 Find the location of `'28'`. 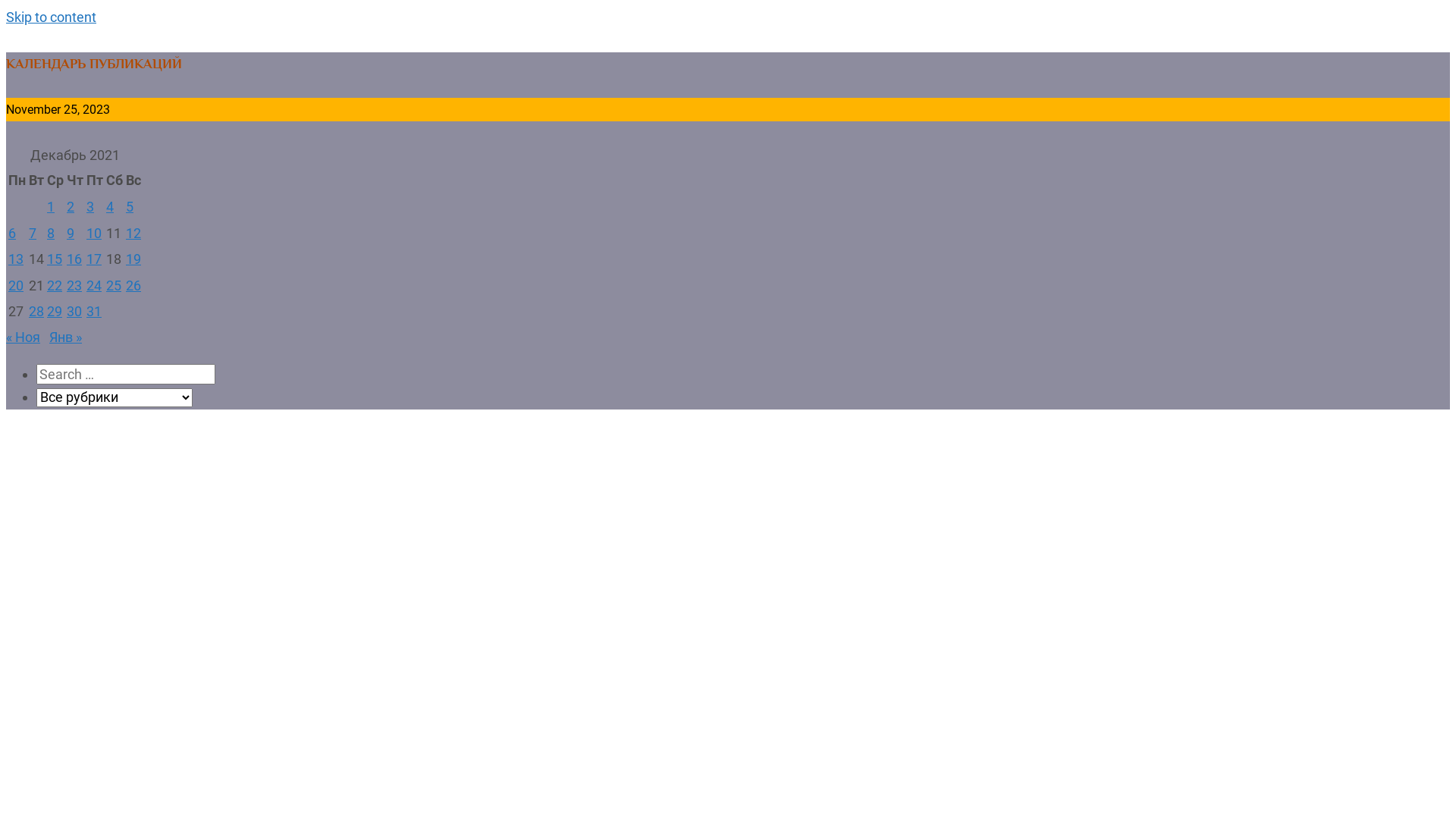

'28' is located at coordinates (36, 310).